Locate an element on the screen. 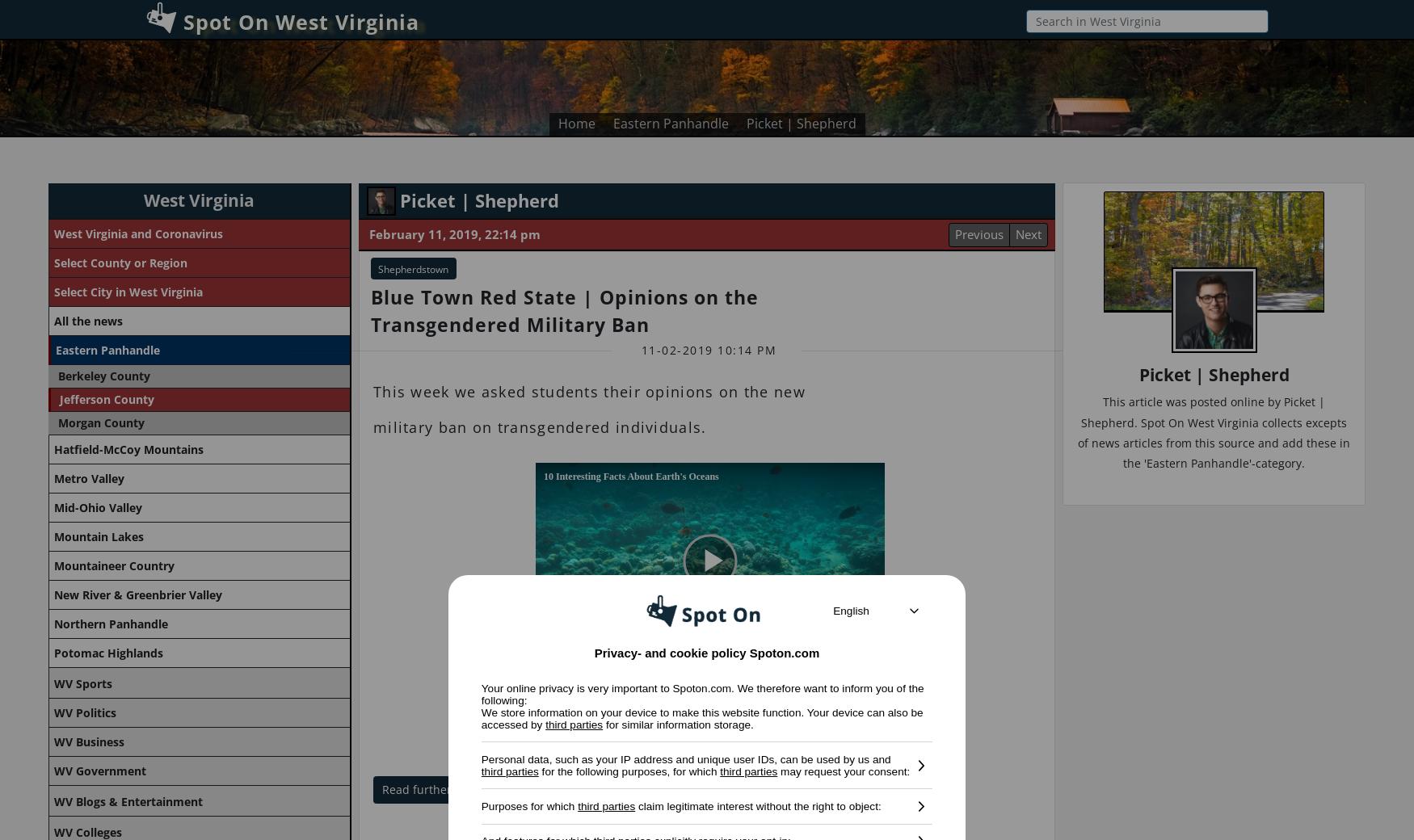  '11-02-2019 10:14 PM' is located at coordinates (706, 350).